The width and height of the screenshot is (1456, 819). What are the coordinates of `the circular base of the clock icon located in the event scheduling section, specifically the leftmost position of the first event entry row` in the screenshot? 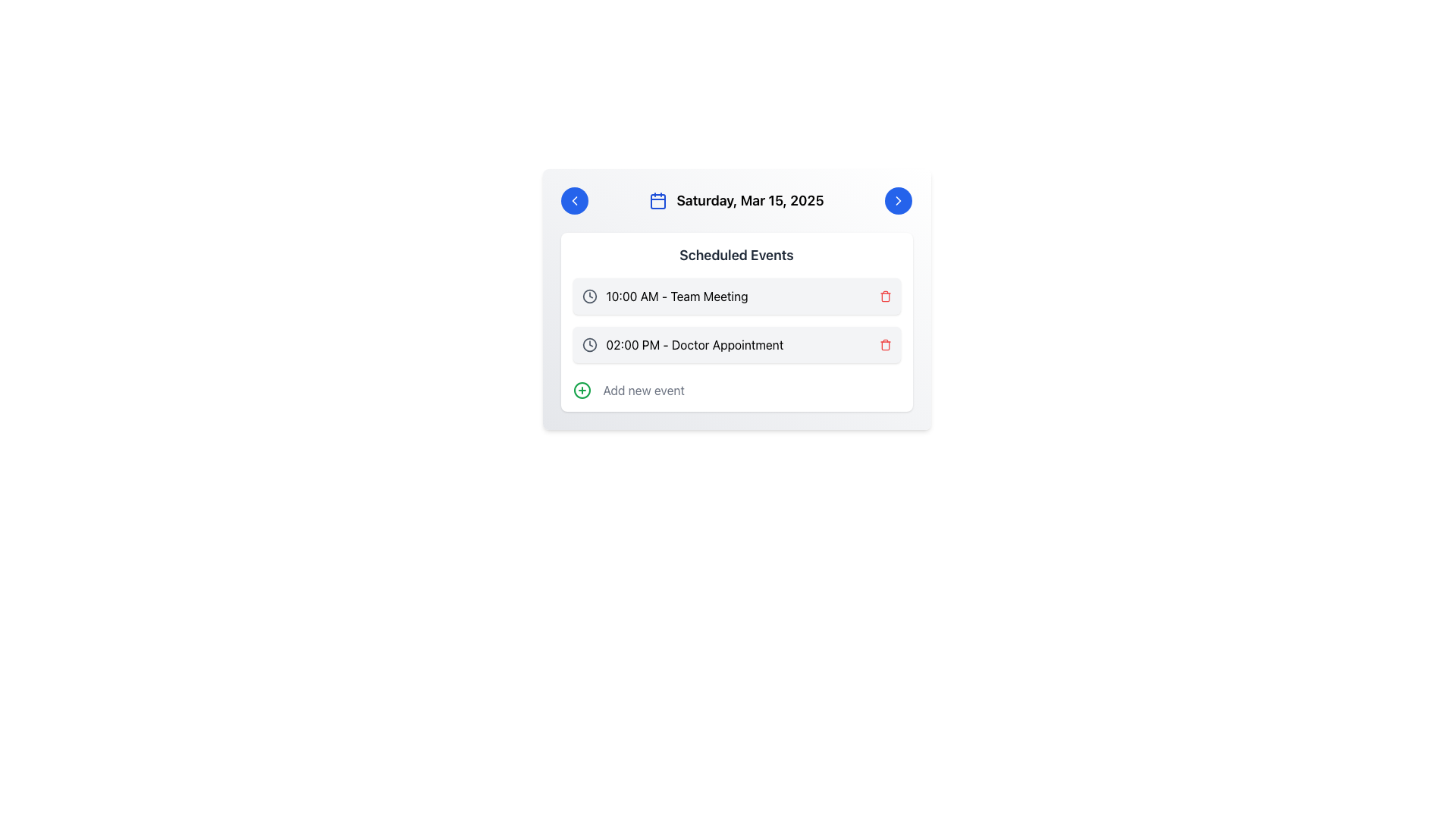 It's located at (588, 345).